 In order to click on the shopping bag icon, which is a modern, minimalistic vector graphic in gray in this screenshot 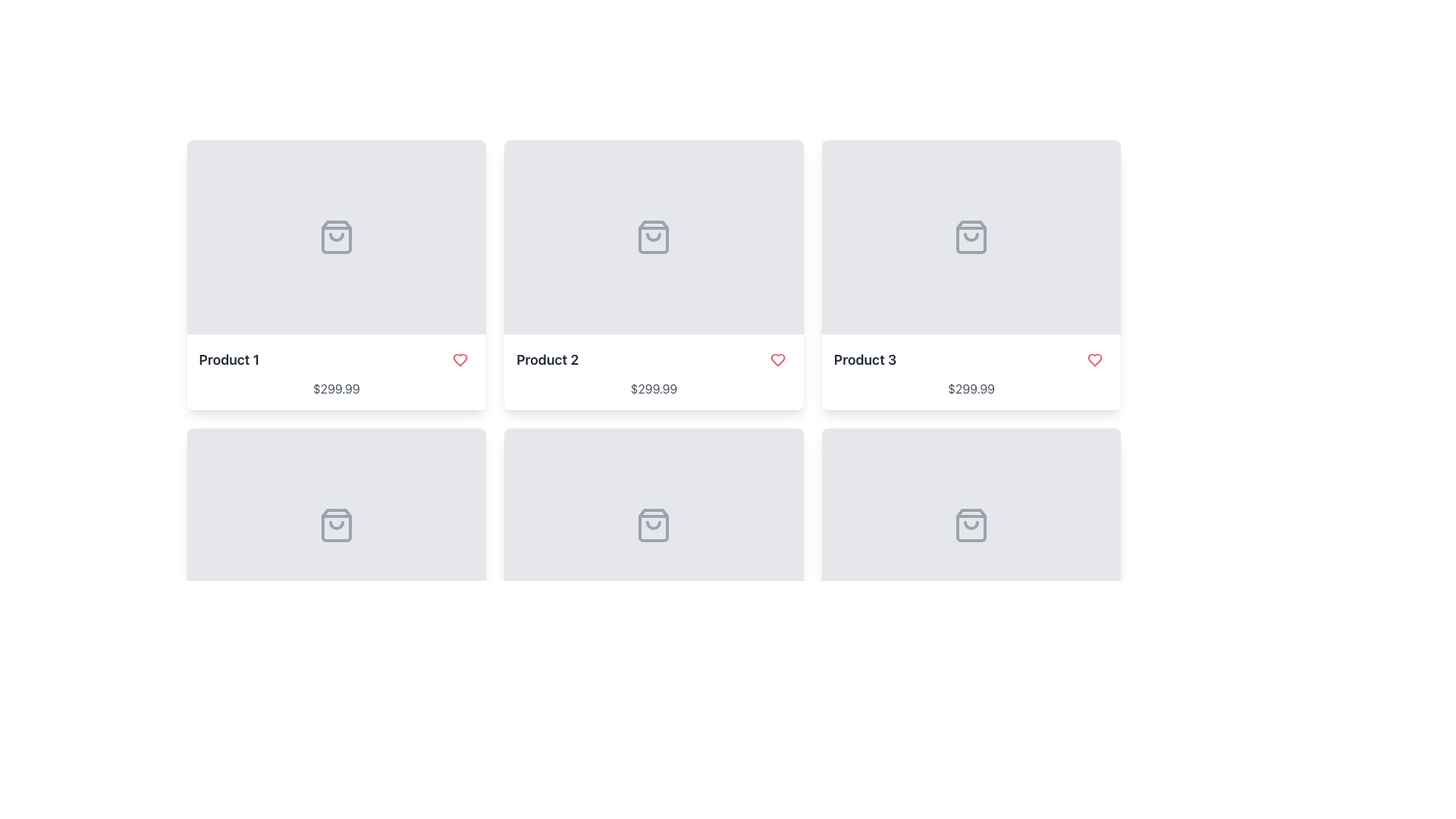, I will do `click(654, 525)`.